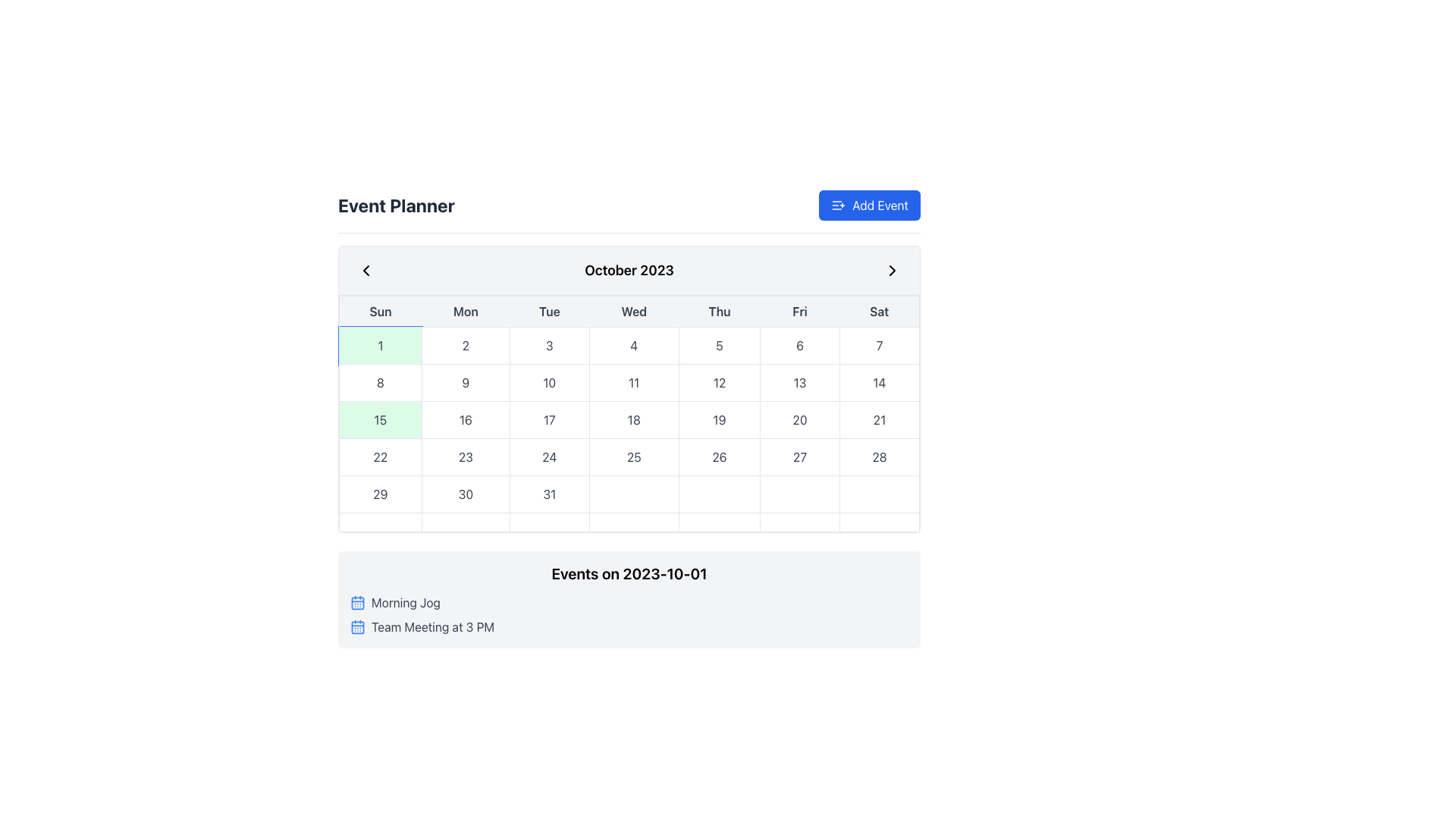 This screenshot has width=1456, height=819. What do you see at coordinates (799, 456) in the screenshot?
I see `the date cell representing '27' in the calendar interface under 'Friday' of the last week of October 2023` at bounding box center [799, 456].